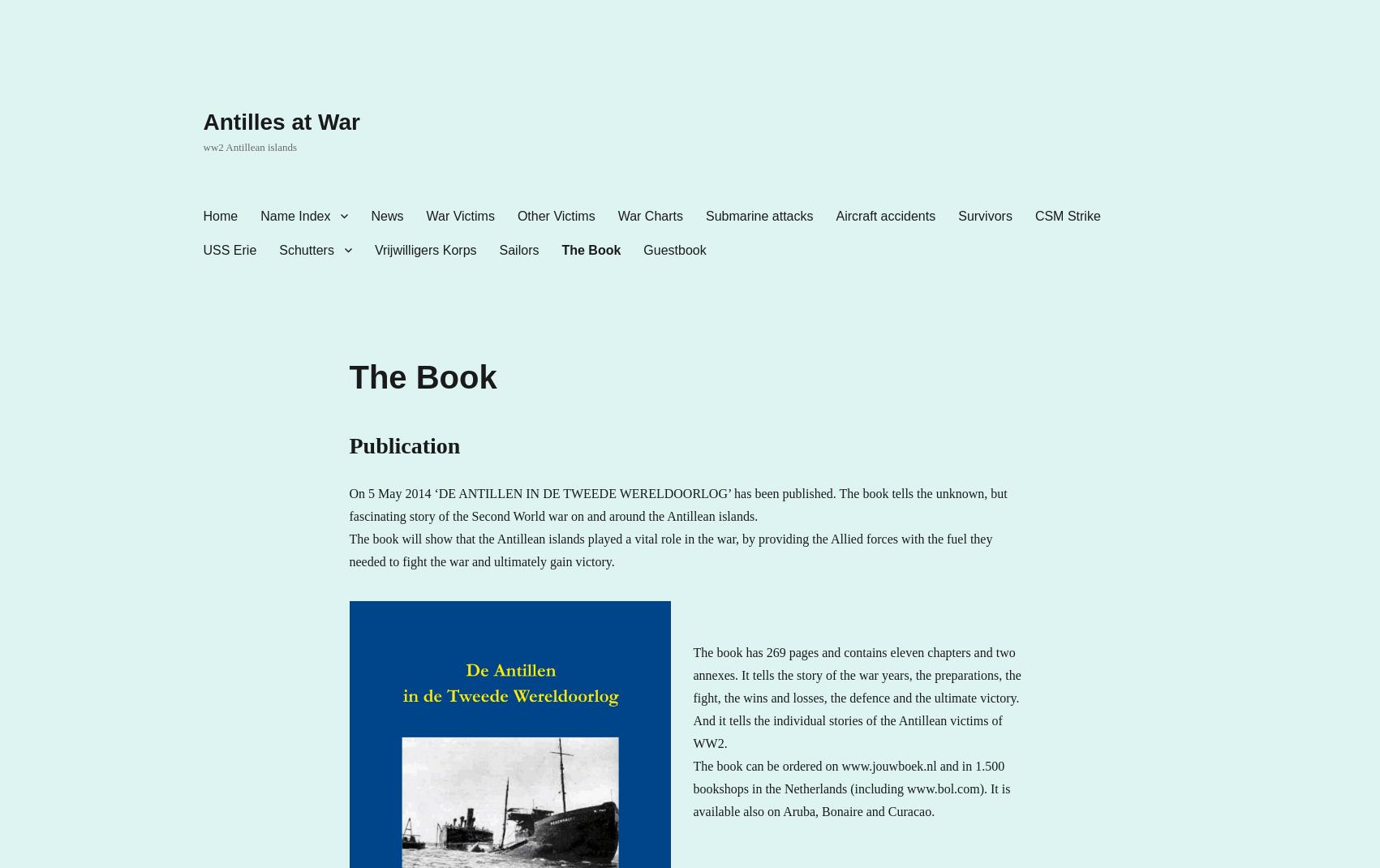 The width and height of the screenshot is (1380, 868). Describe the element at coordinates (295, 214) in the screenshot. I see `'Name Index'` at that location.